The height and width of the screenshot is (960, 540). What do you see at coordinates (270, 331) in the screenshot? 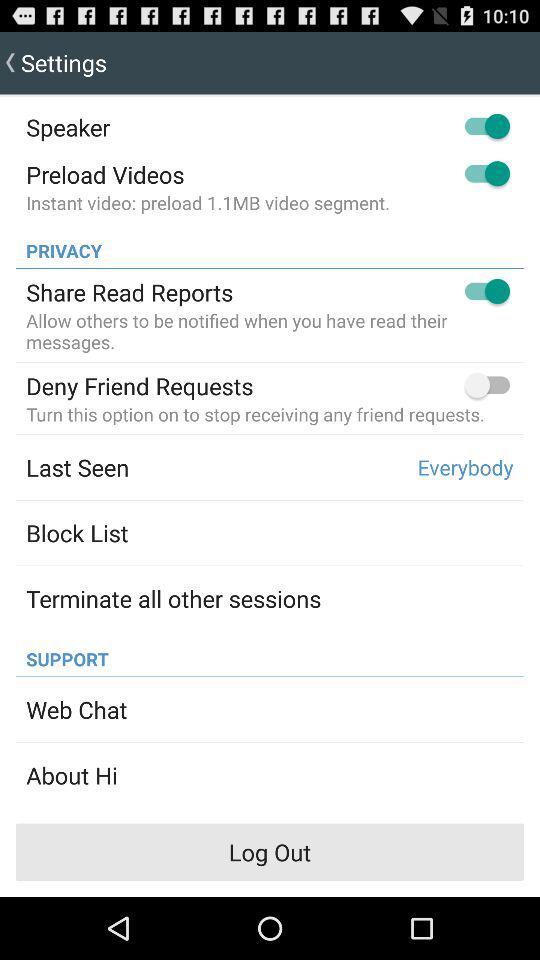
I see `the allow others to` at bounding box center [270, 331].